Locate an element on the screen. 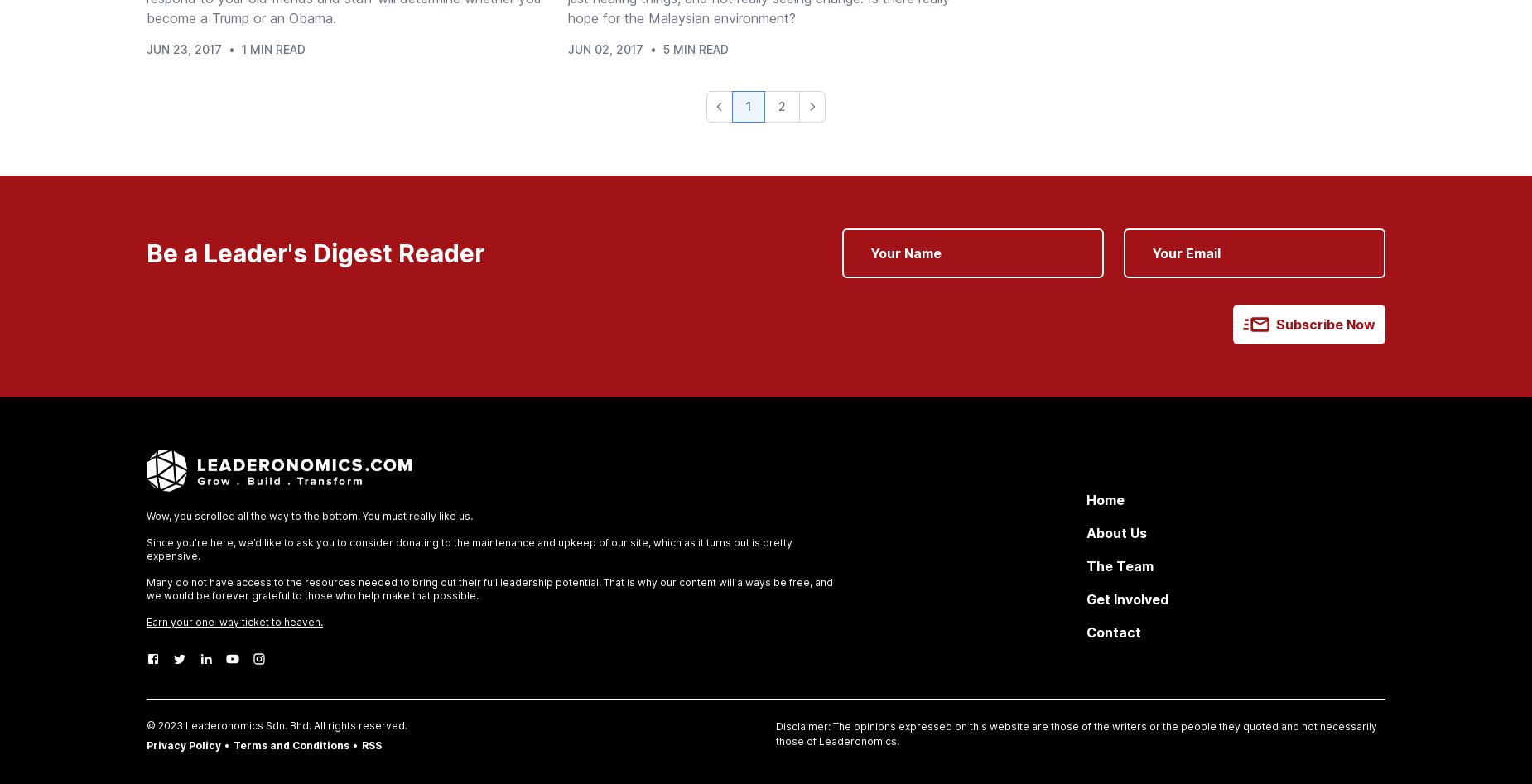 The width and height of the screenshot is (1532, 784). 'Earn your one-way ticket to heaven.' is located at coordinates (146, 621).